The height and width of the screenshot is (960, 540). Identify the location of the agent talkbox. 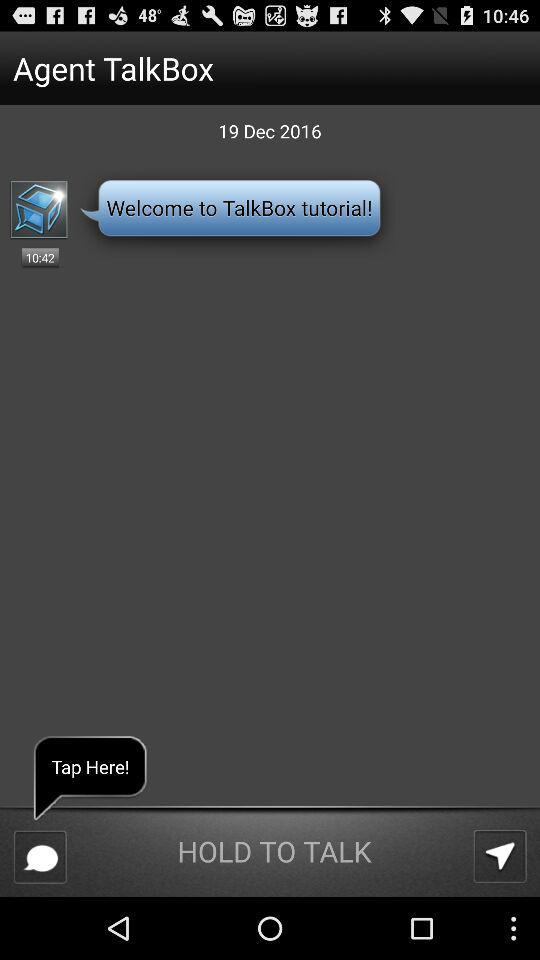
(232, 68).